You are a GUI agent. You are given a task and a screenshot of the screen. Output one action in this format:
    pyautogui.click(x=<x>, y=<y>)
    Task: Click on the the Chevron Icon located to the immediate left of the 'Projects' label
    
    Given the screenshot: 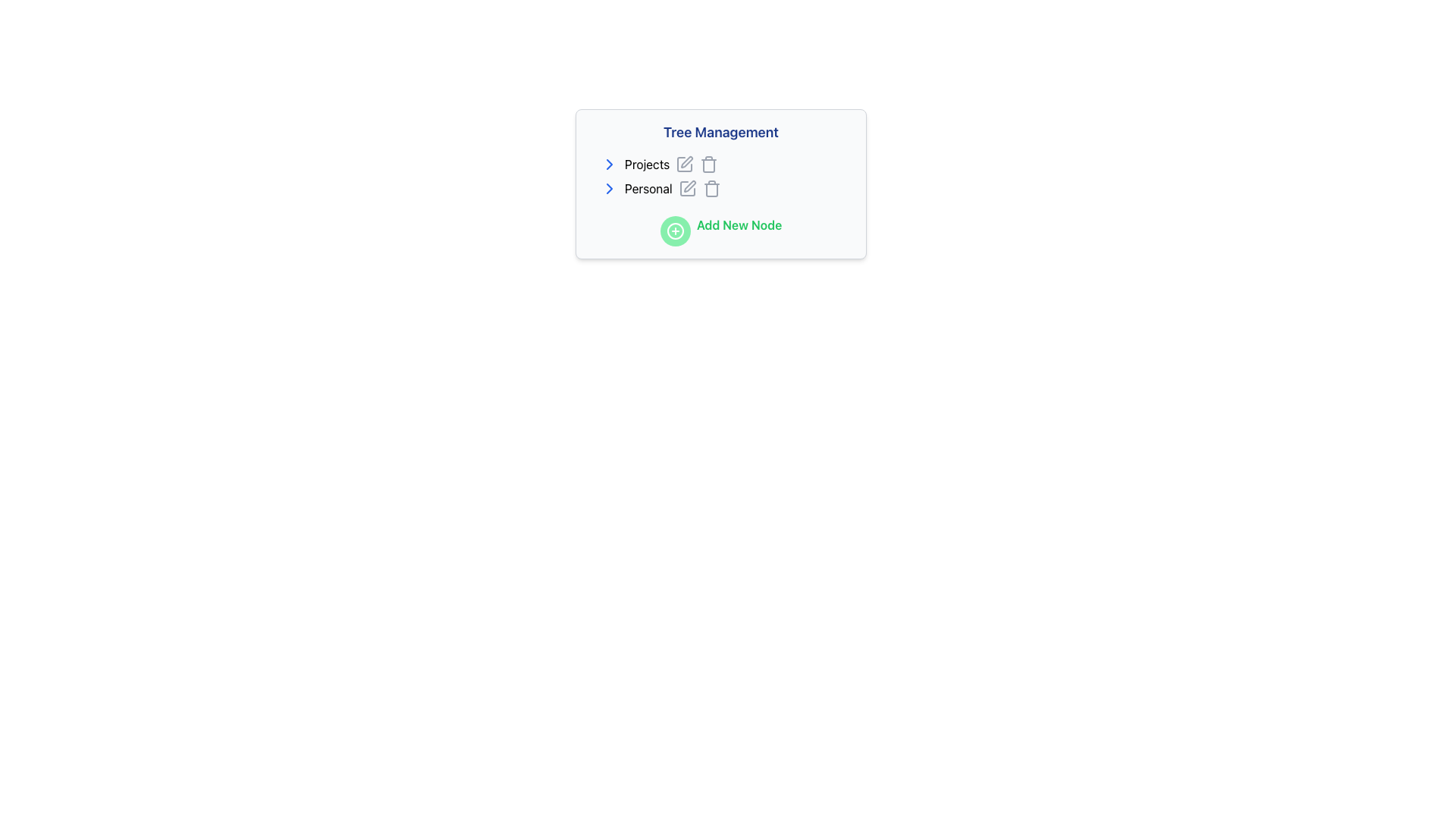 What is the action you would take?
    pyautogui.click(x=610, y=188)
    